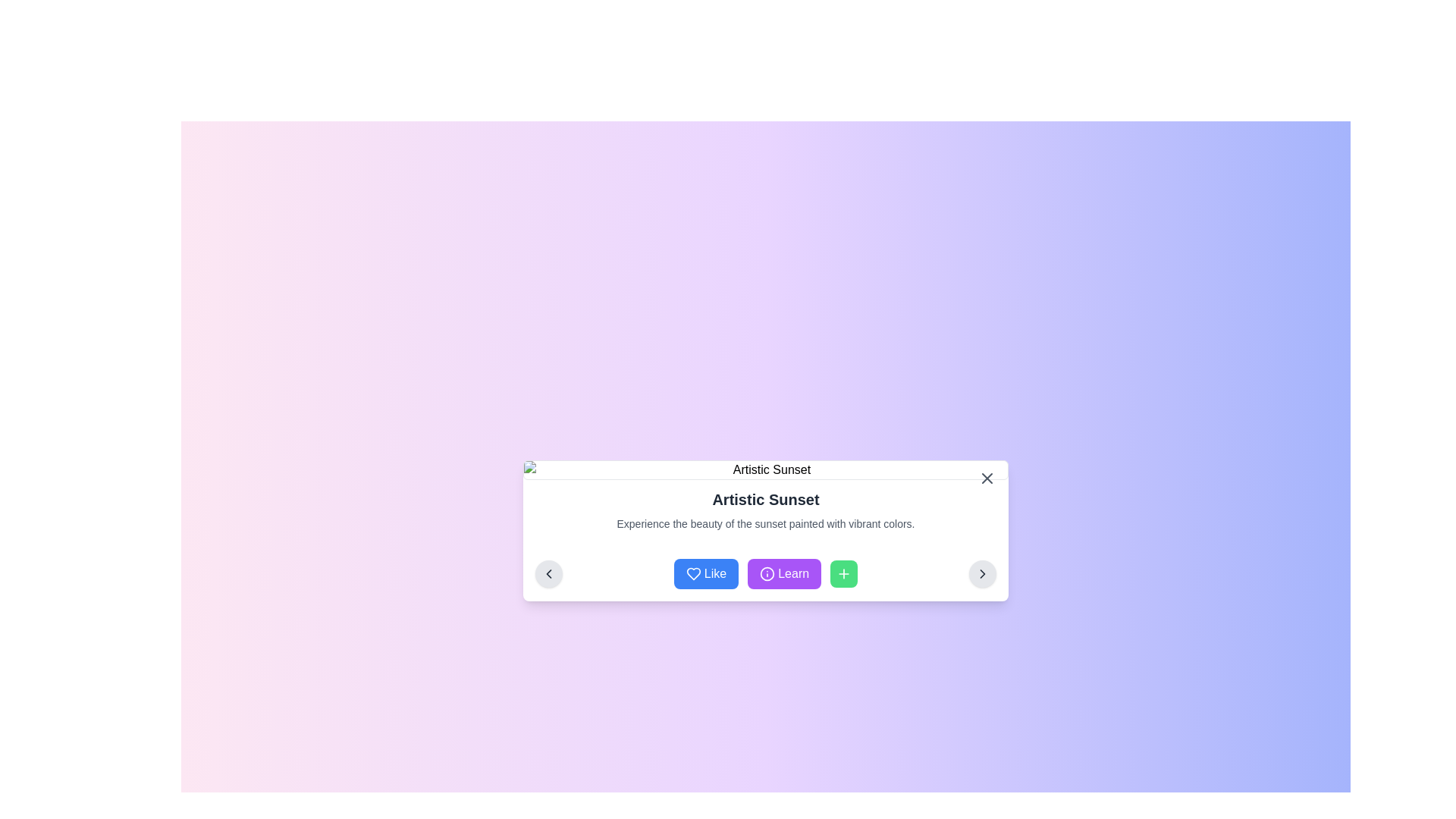 The height and width of the screenshot is (819, 1456). What do you see at coordinates (843, 573) in the screenshot?
I see `the green button with a white plus icon to observe the color change as it transitions from light green to darker green` at bounding box center [843, 573].